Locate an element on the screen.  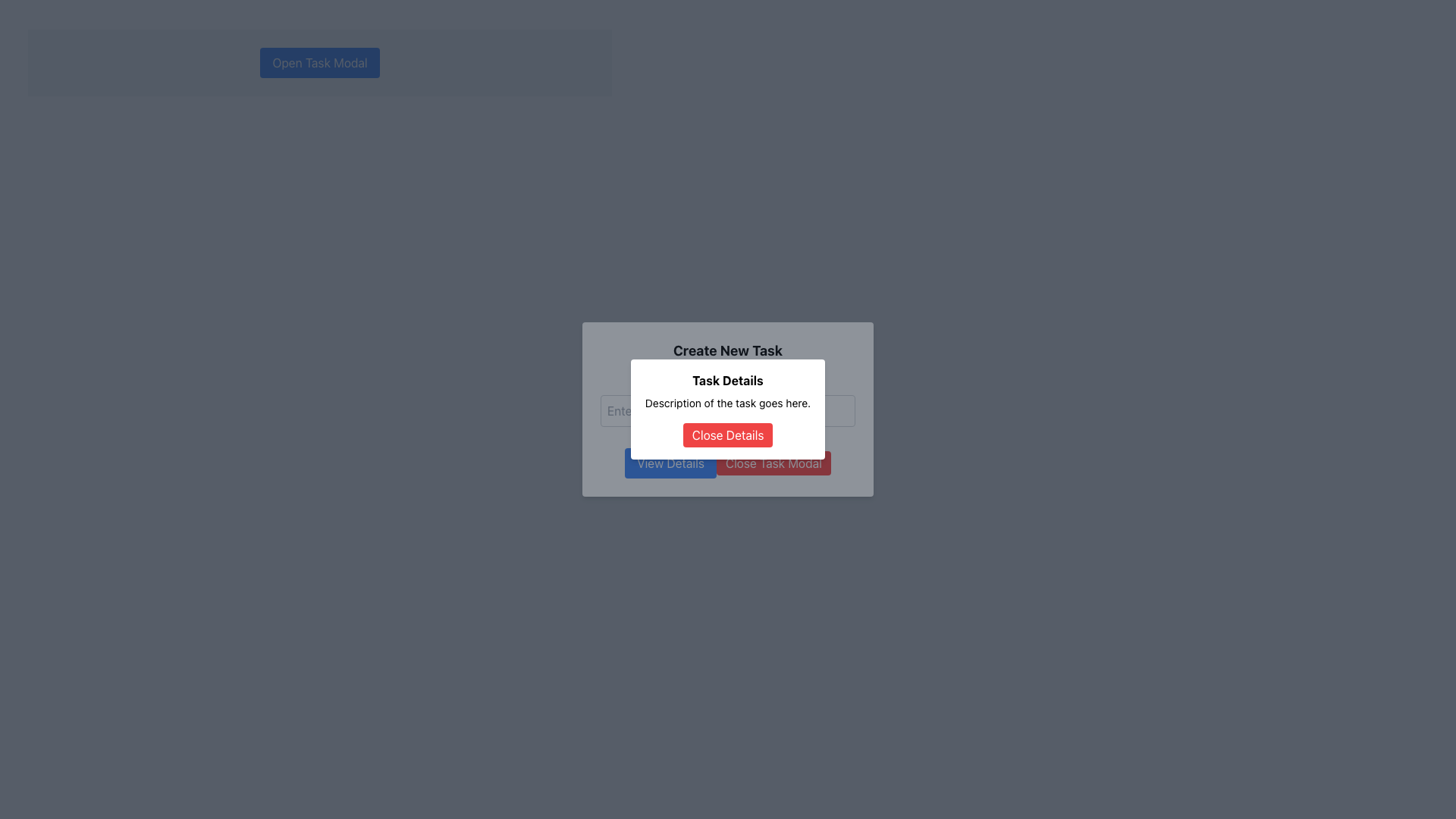
the red 'Close Task Modal' button with white text located at the bottom-right of the modal dialog is located at coordinates (773, 462).